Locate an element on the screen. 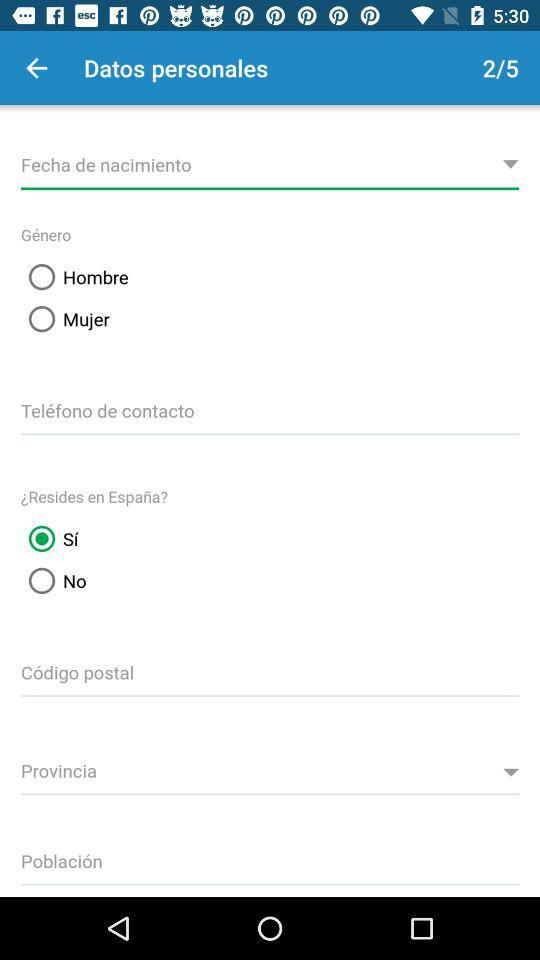 The height and width of the screenshot is (960, 540). input contact number is located at coordinates (270, 407).